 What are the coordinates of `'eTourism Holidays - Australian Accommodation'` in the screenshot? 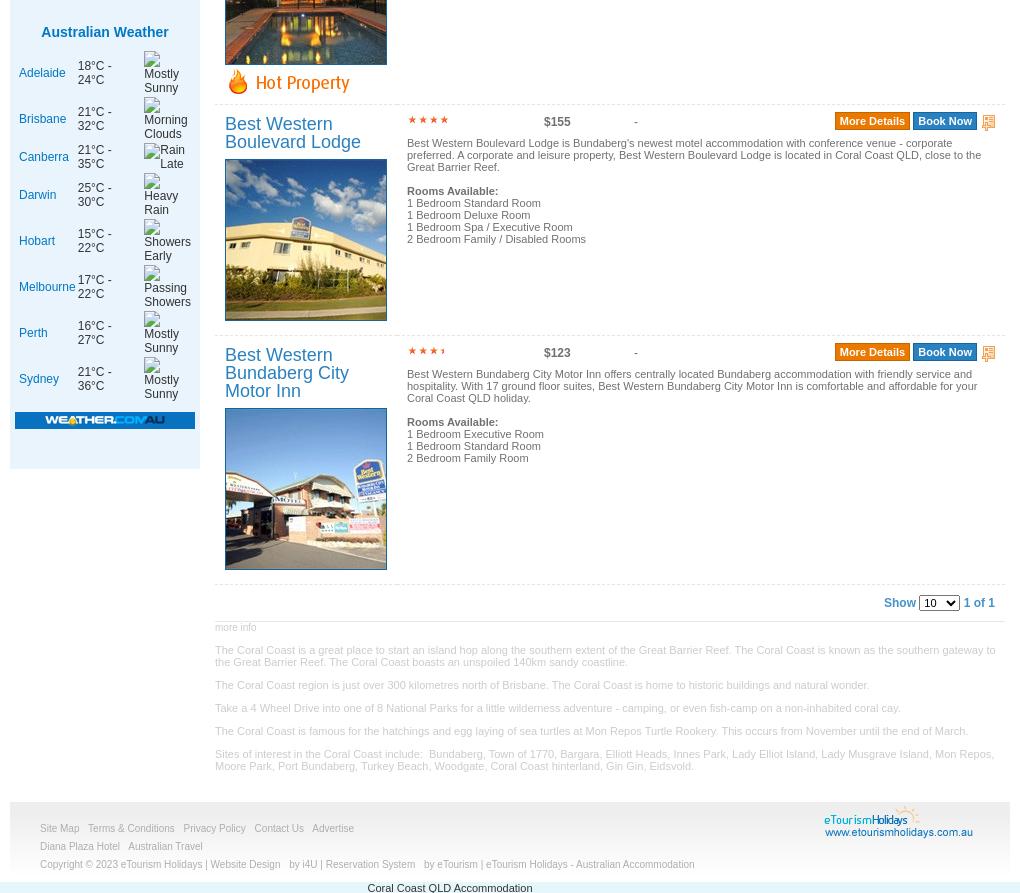 It's located at (589, 863).